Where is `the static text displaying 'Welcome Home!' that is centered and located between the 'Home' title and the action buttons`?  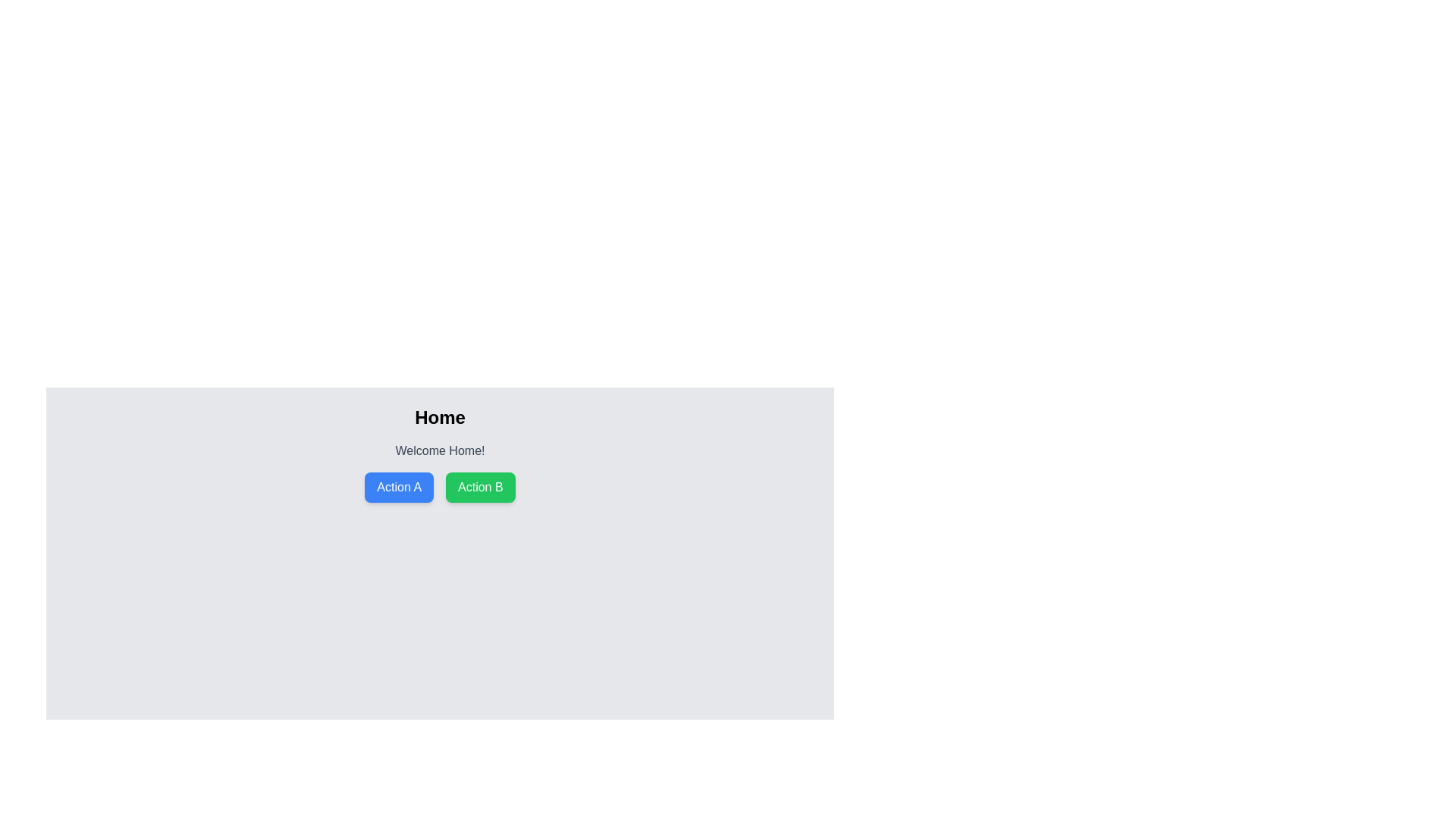 the static text displaying 'Welcome Home!' that is centered and located between the 'Home' title and the action buttons is located at coordinates (439, 450).